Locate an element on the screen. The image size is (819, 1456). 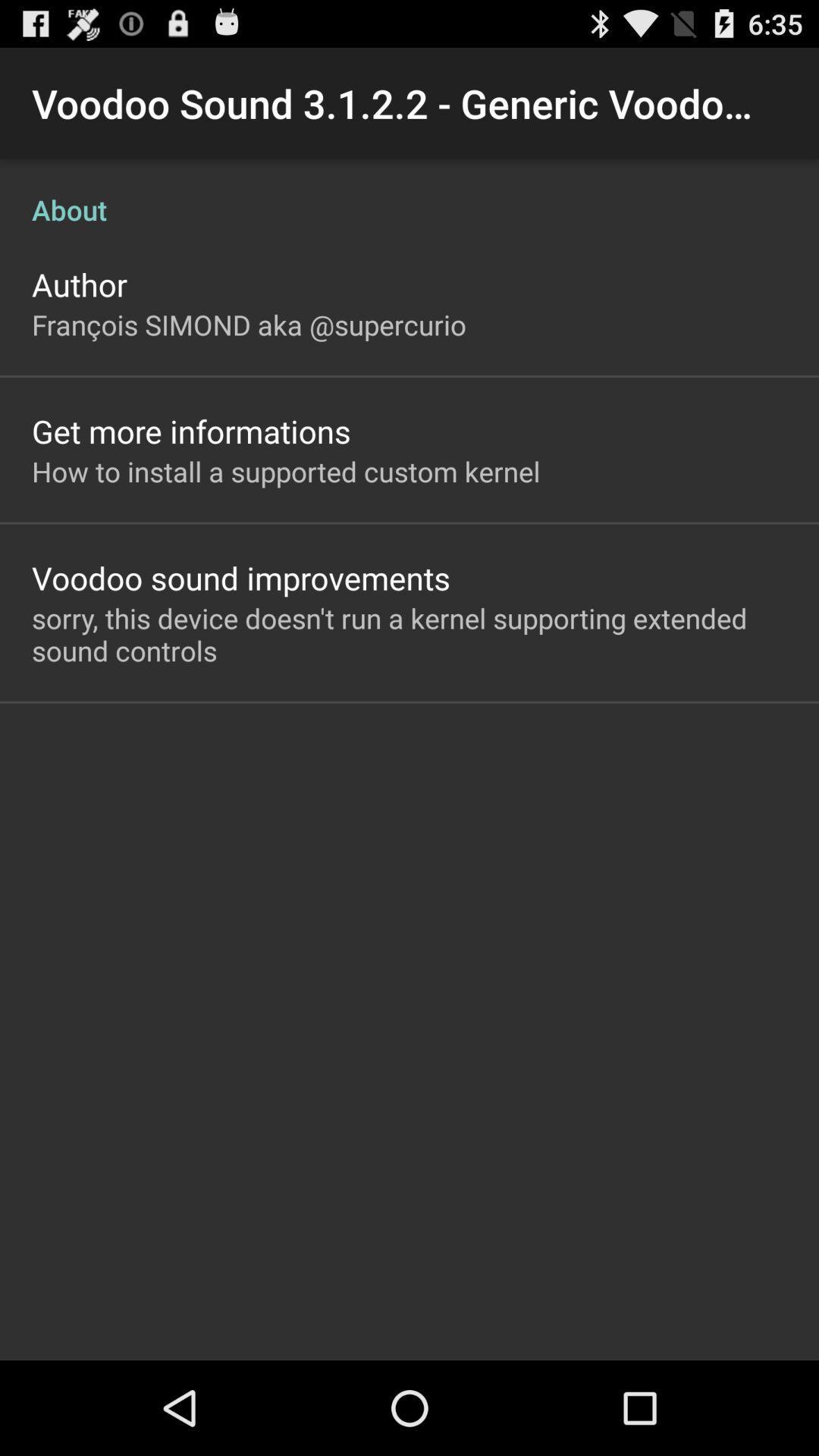
the item below the voodoo sound improvements is located at coordinates (409, 634).